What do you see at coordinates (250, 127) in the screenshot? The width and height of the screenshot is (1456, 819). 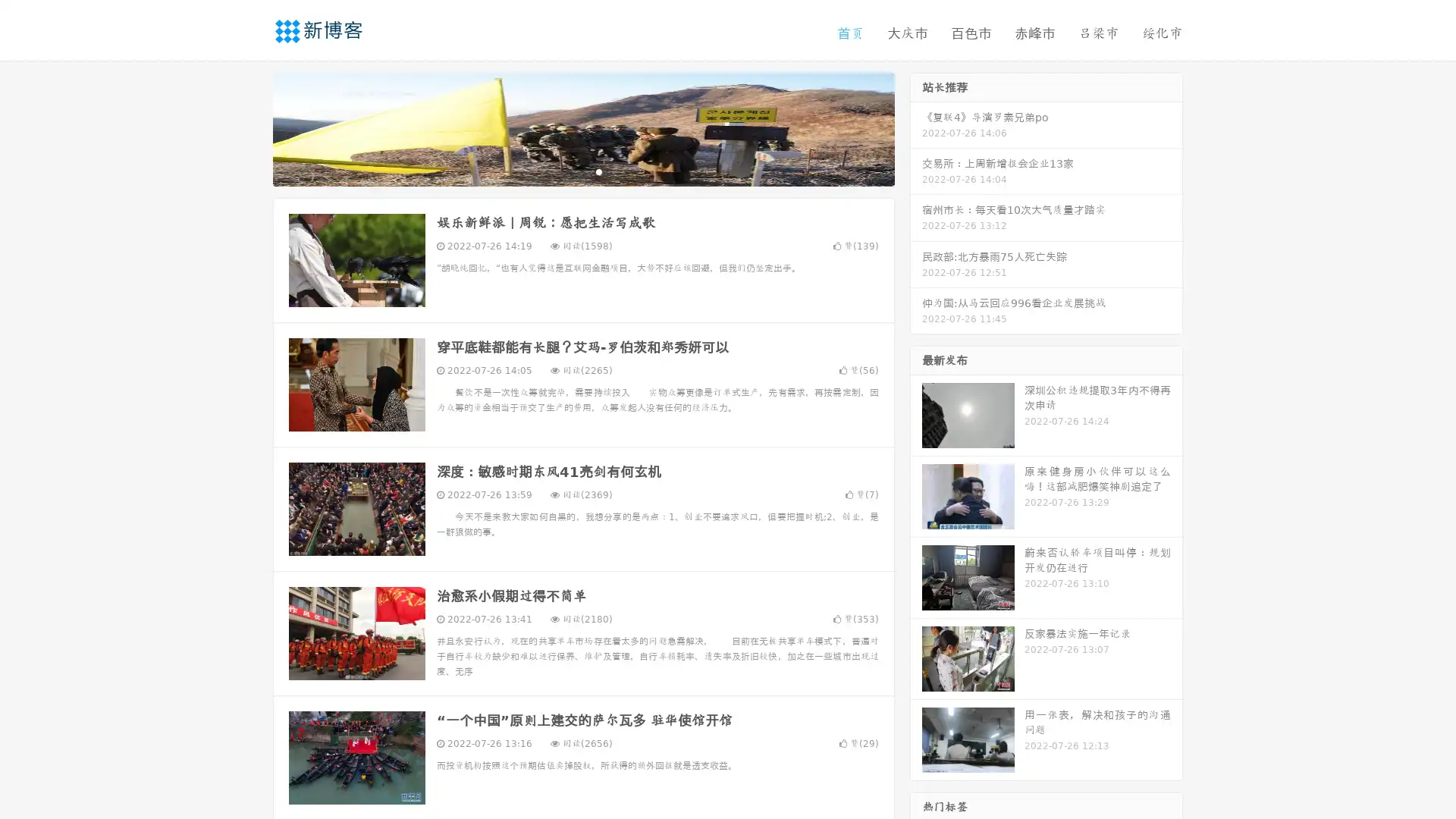 I see `Previous slide` at bounding box center [250, 127].